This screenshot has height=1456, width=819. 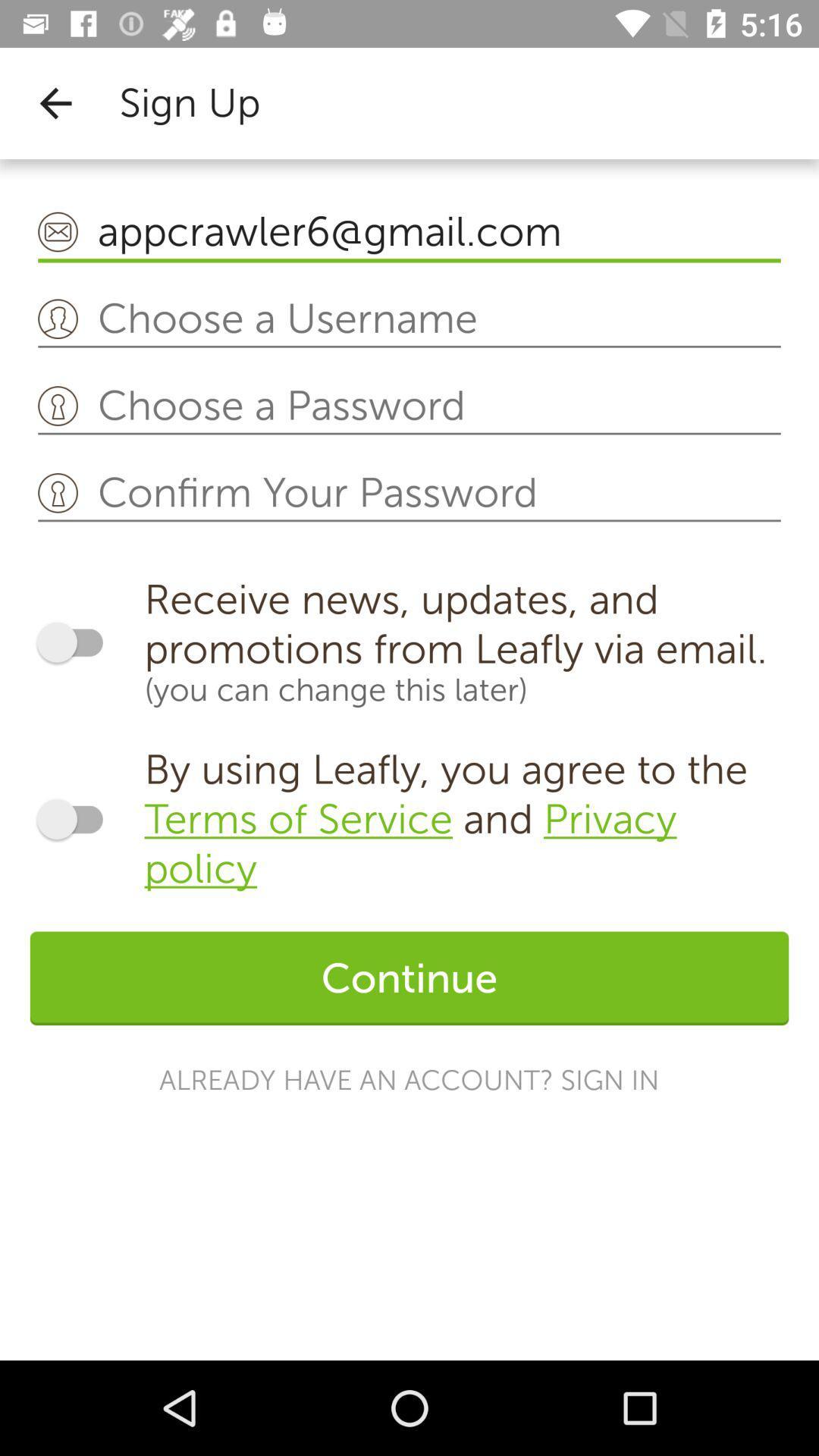 What do you see at coordinates (409, 494) in the screenshot?
I see `type your password again for confirmation` at bounding box center [409, 494].